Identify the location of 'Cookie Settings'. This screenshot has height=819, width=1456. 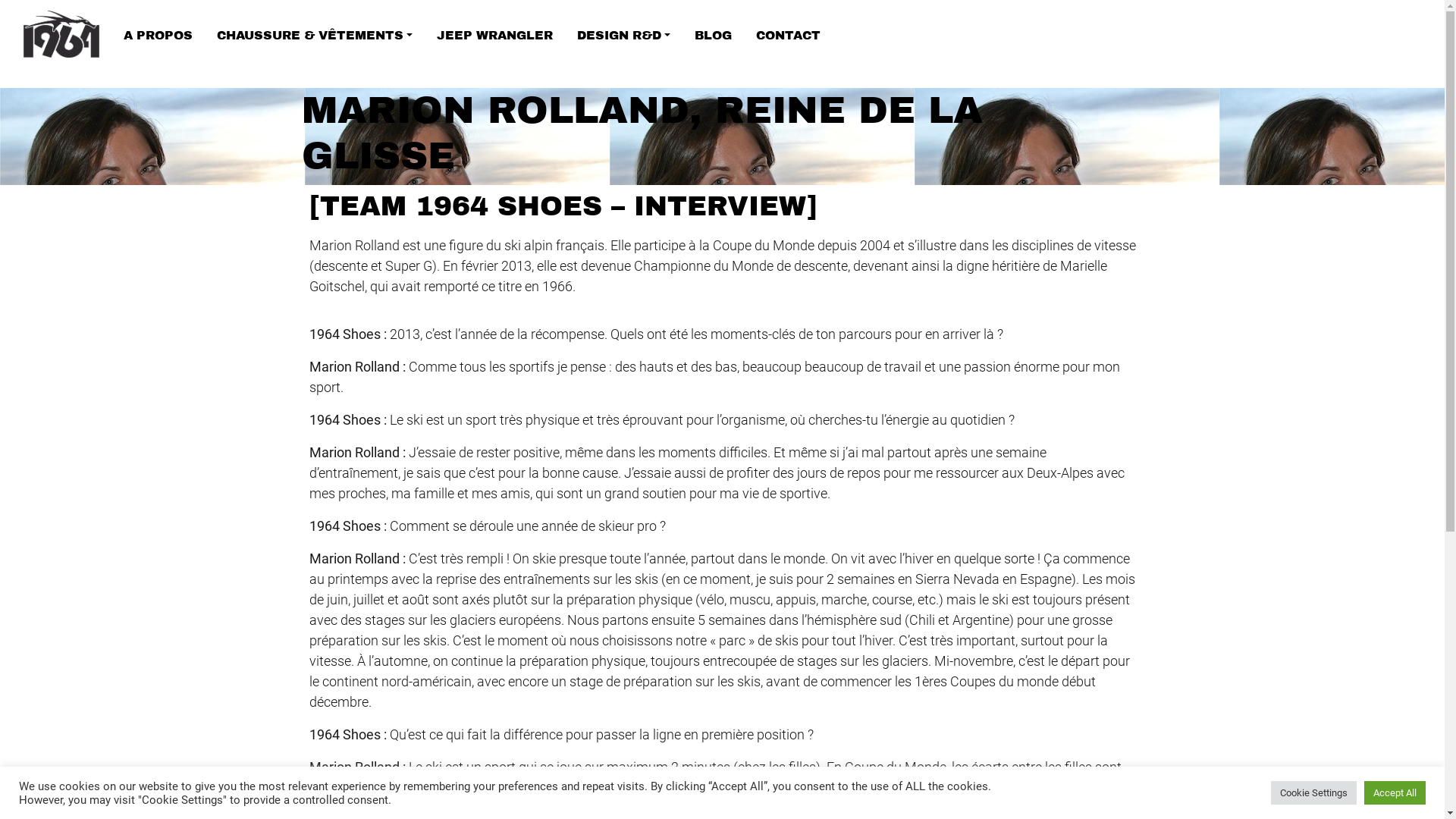
(1313, 792).